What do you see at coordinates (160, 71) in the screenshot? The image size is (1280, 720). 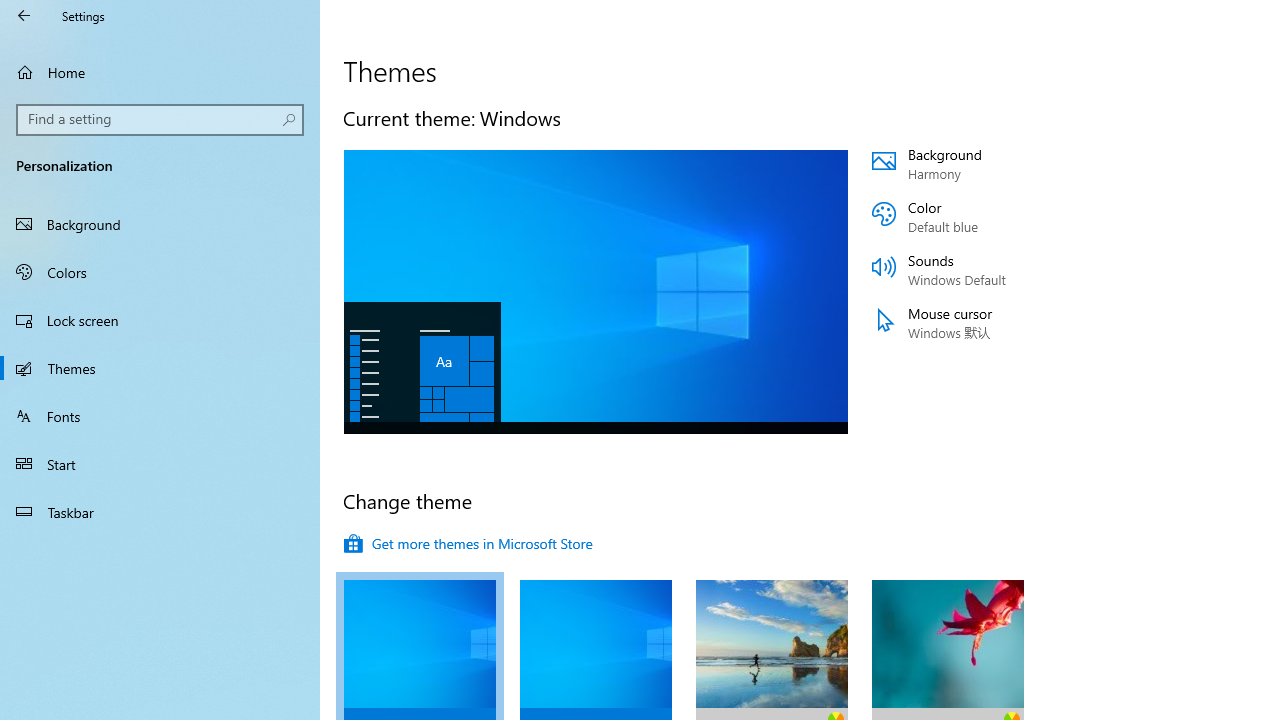 I see `'Home'` at bounding box center [160, 71].